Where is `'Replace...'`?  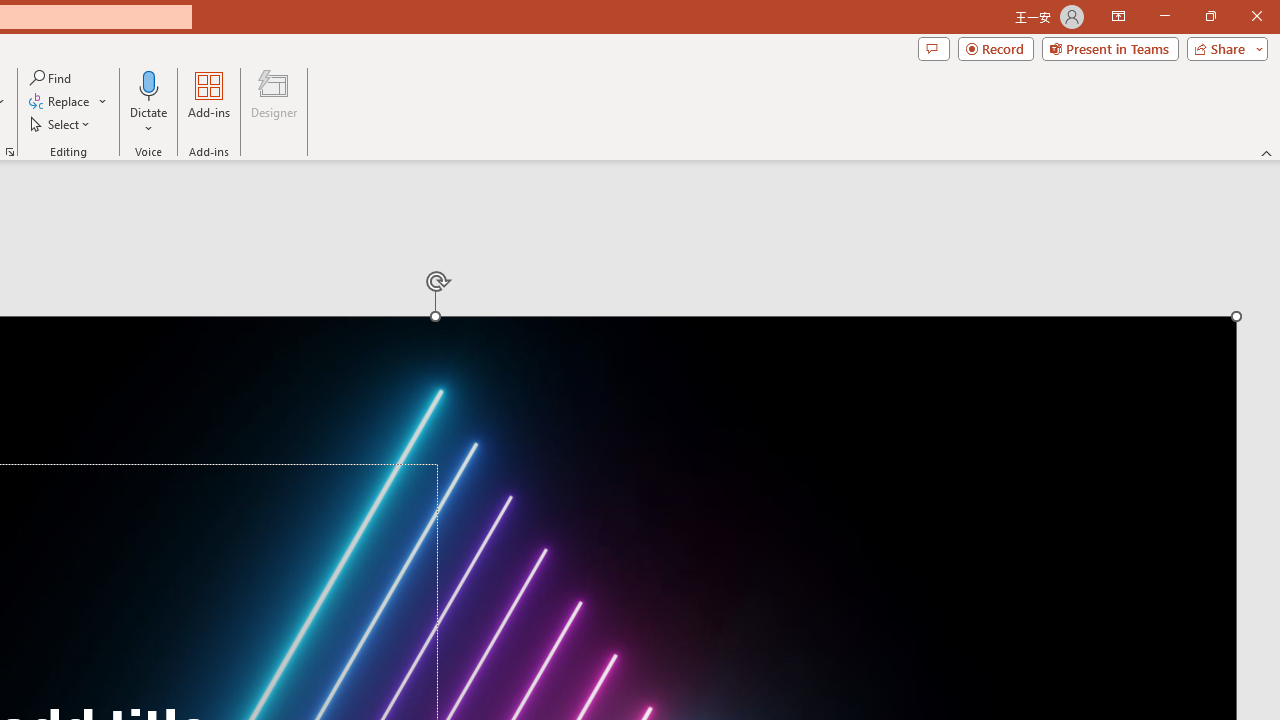 'Replace...' is located at coordinates (60, 101).